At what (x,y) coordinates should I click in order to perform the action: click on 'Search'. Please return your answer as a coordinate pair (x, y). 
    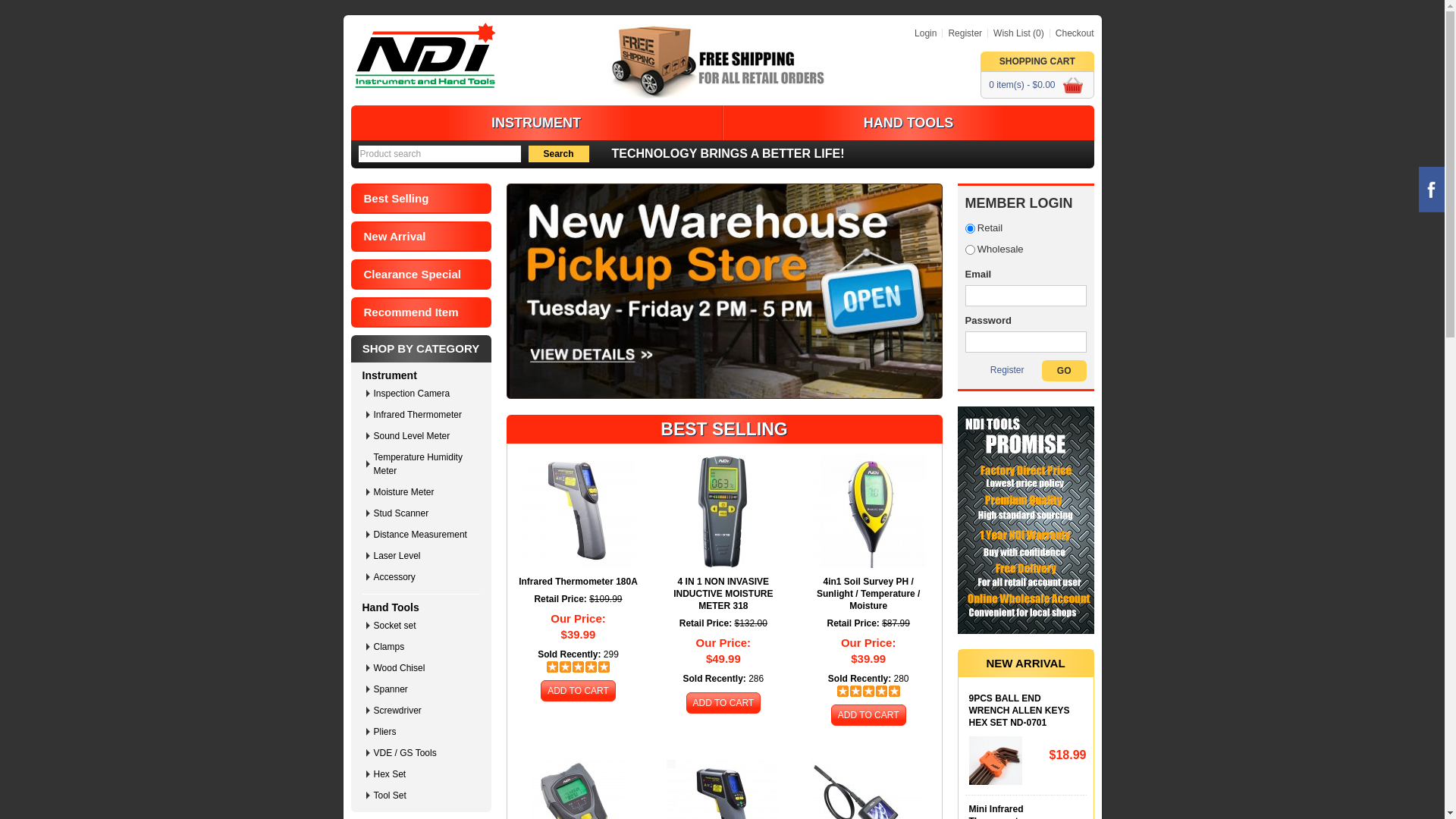
    Looking at the image, I should click on (557, 154).